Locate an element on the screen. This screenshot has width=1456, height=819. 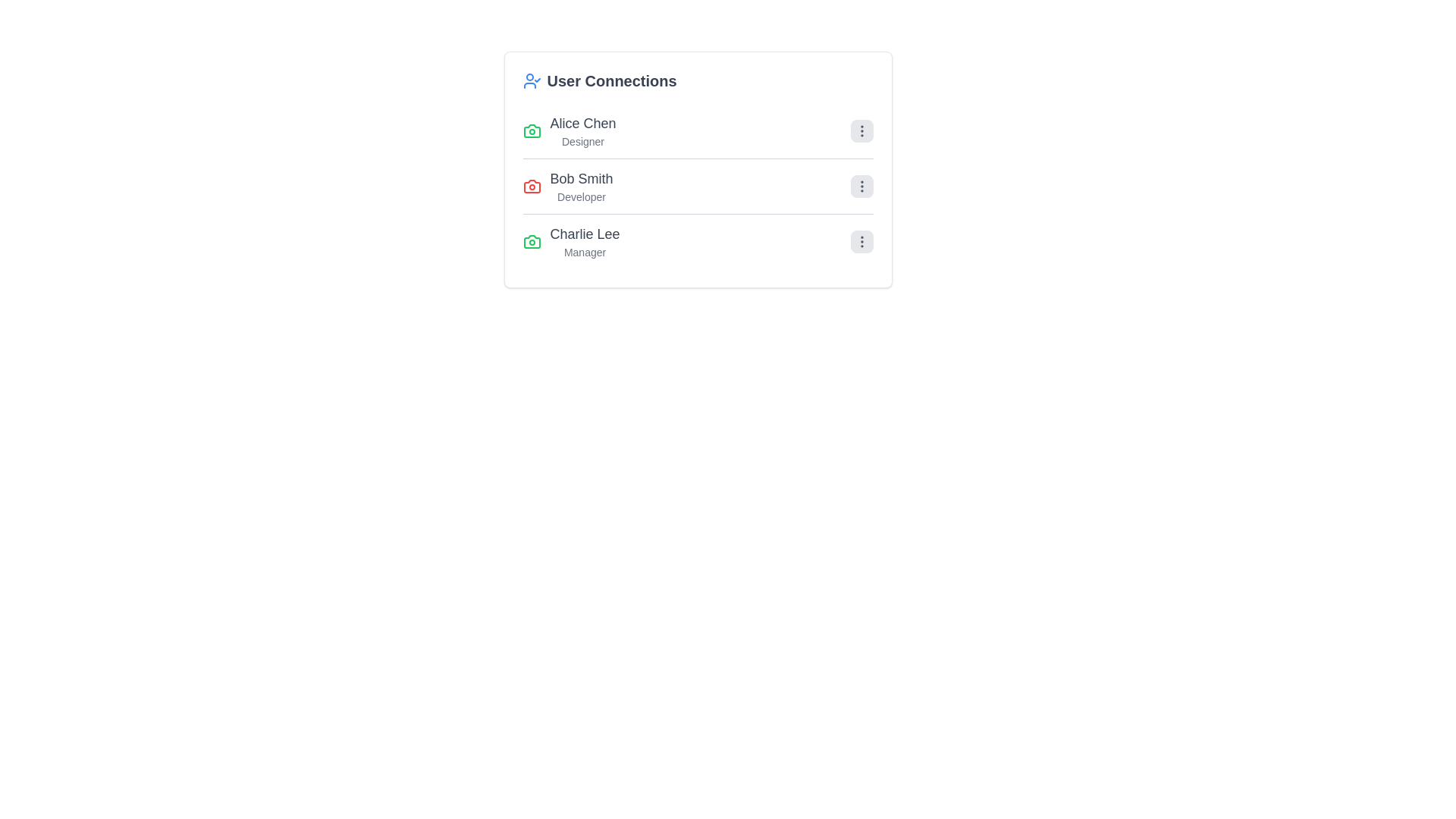
the text label displaying 'Alice Chen' and 'Designer' in the 'User Connections' section is located at coordinates (582, 130).